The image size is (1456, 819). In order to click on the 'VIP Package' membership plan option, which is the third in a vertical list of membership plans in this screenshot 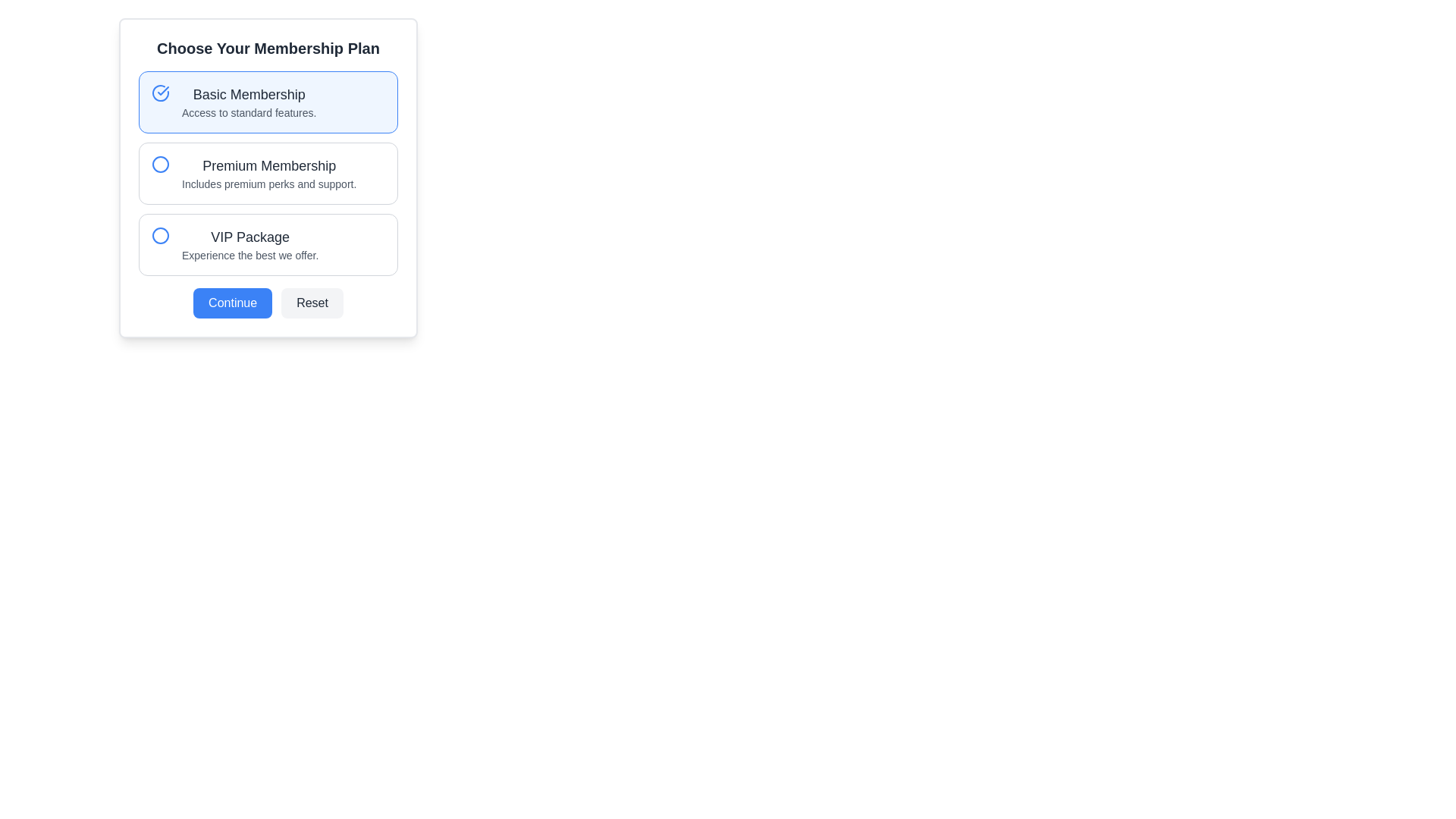, I will do `click(250, 244)`.